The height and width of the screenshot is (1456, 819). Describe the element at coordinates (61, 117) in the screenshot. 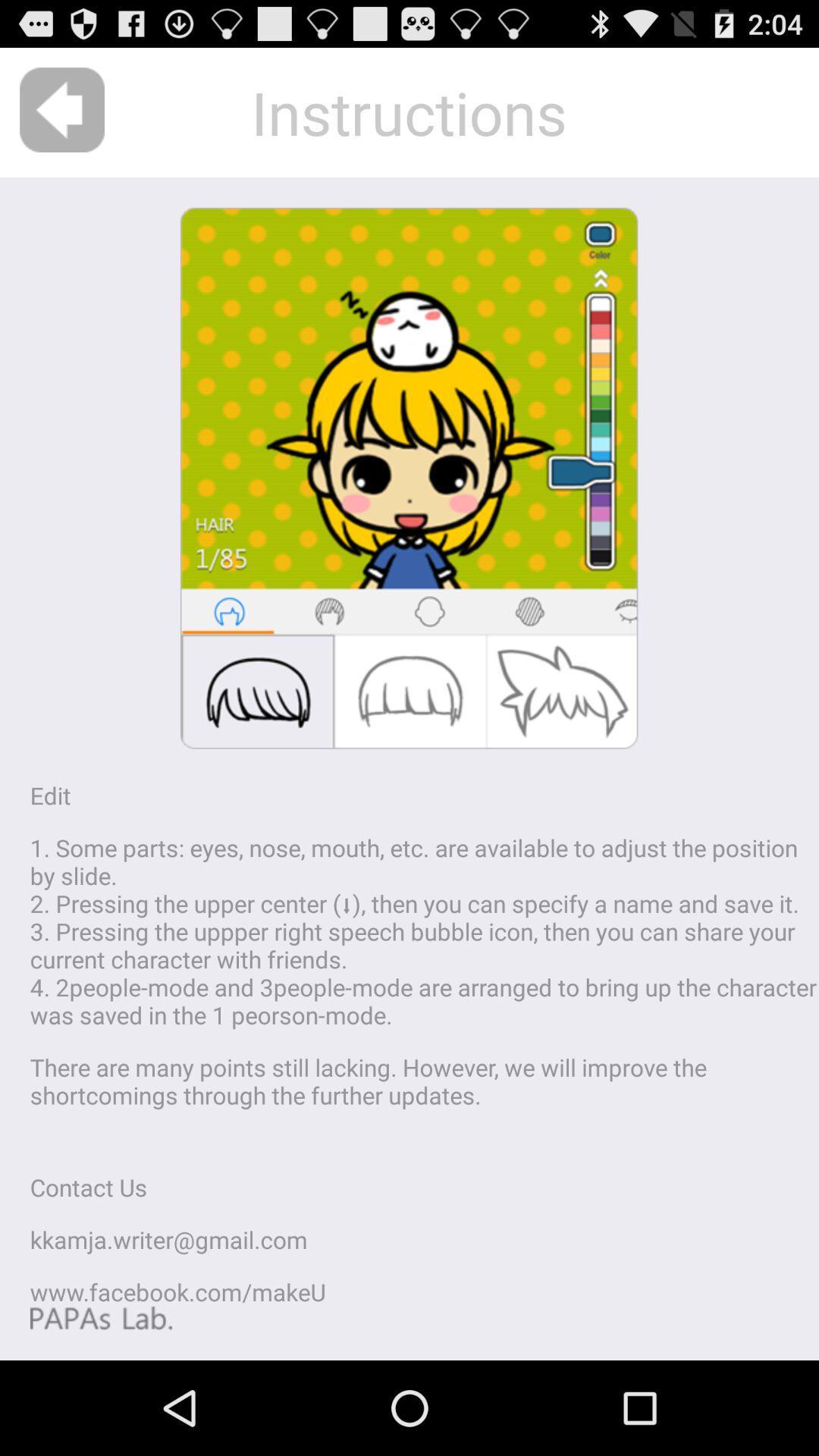

I see `the arrow_backward icon` at that location.